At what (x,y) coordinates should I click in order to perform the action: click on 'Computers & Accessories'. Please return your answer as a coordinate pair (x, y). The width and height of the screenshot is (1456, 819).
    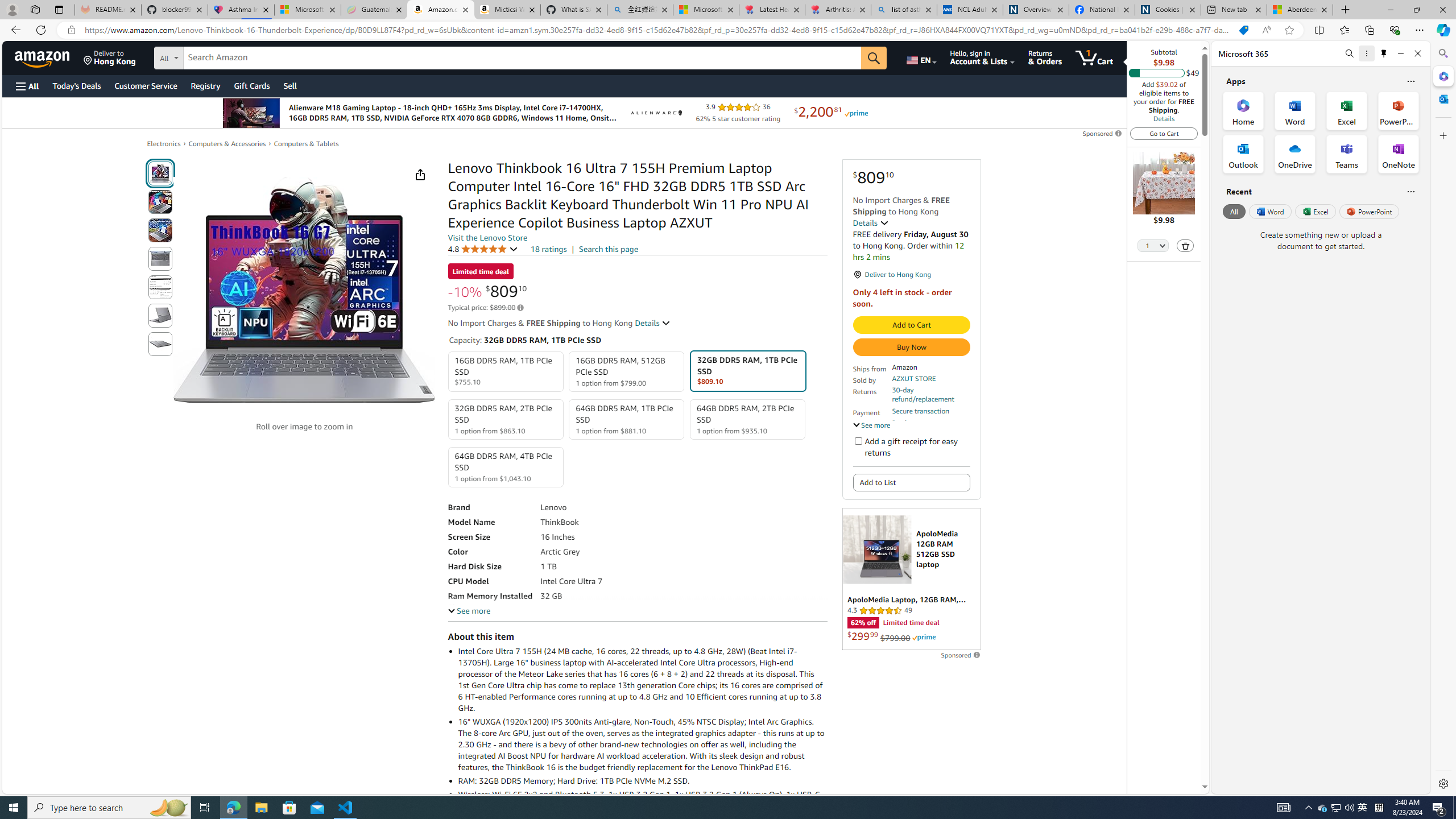
    Looking at the image, I should click on (227, 143).